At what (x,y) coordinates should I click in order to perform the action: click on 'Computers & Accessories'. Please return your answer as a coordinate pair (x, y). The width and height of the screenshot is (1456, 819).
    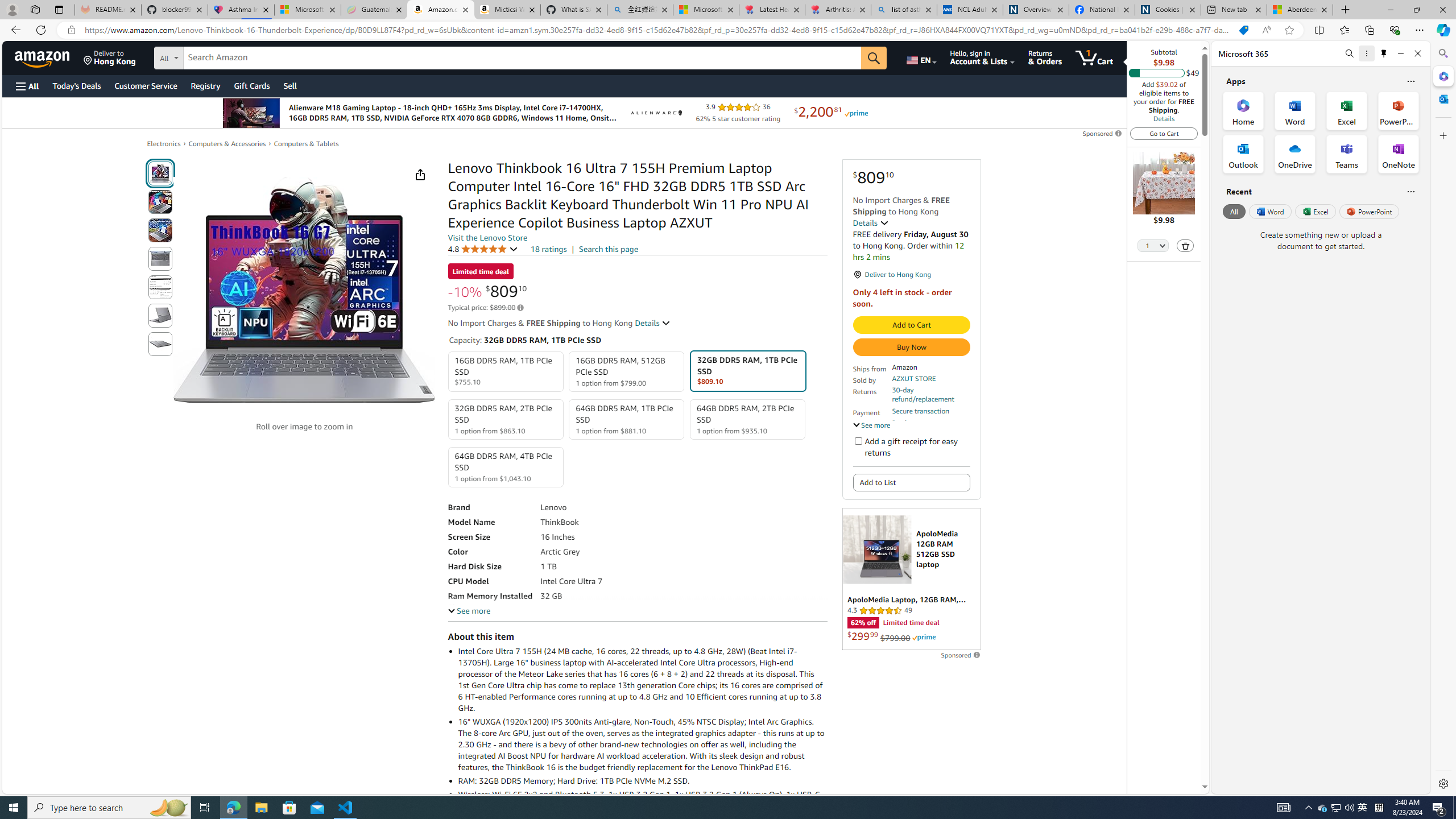
    Looking at the image, I should click on (227, 143).